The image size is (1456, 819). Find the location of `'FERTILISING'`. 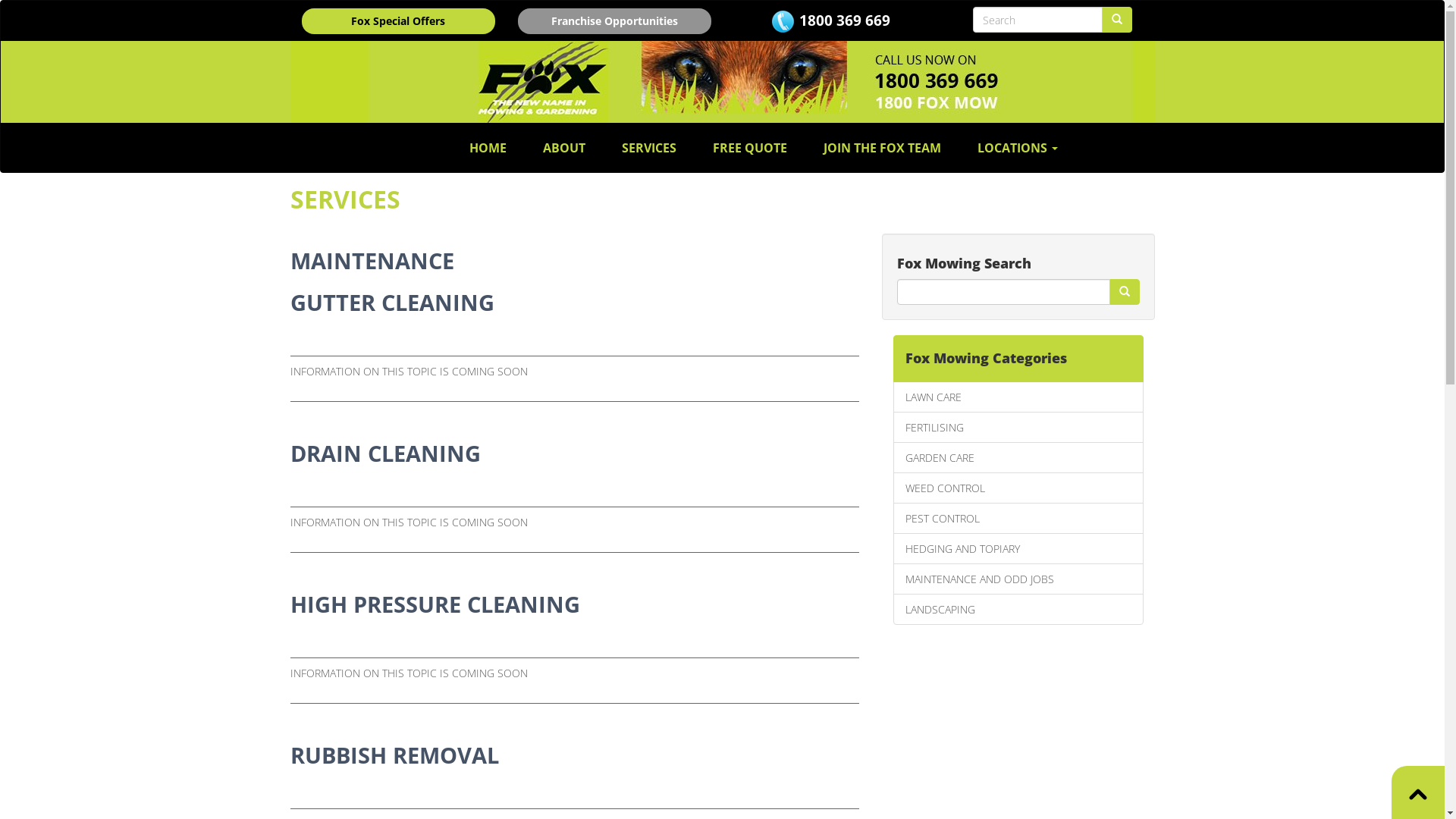

'FERTILISING' is located at coordinates (1018, 427).